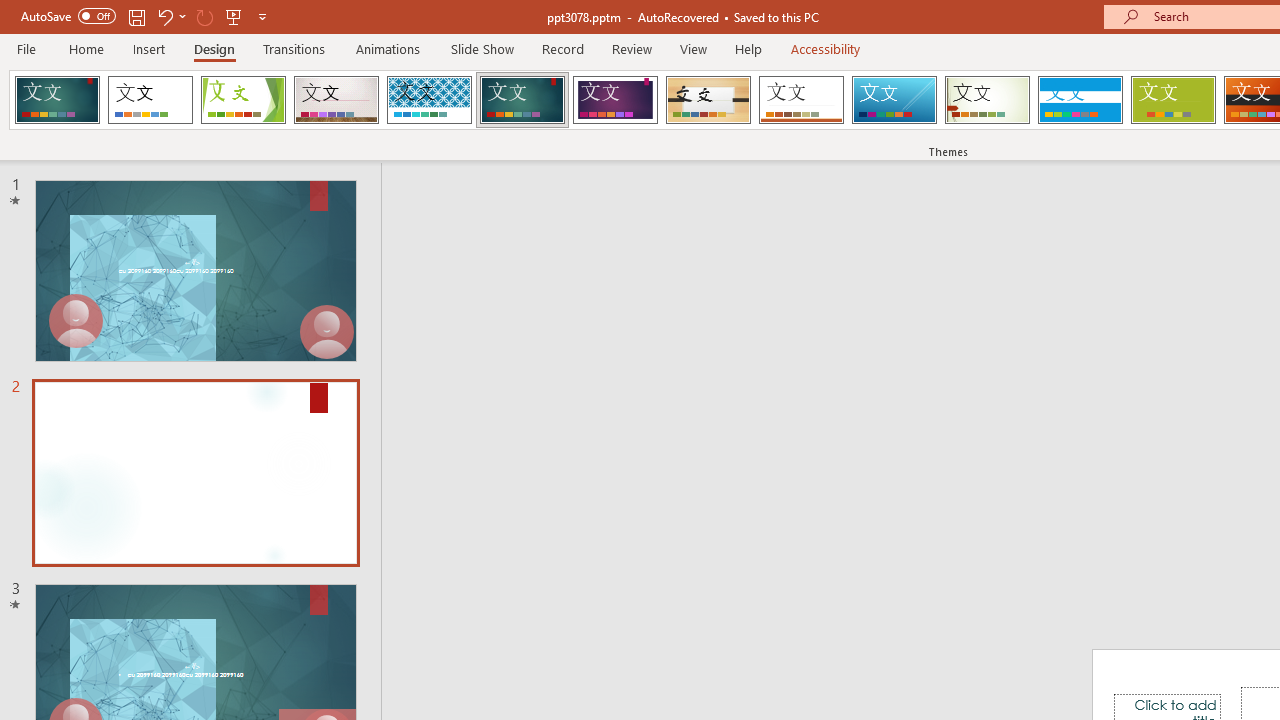  I want to click on 'Office Theme', so click(149, 100).